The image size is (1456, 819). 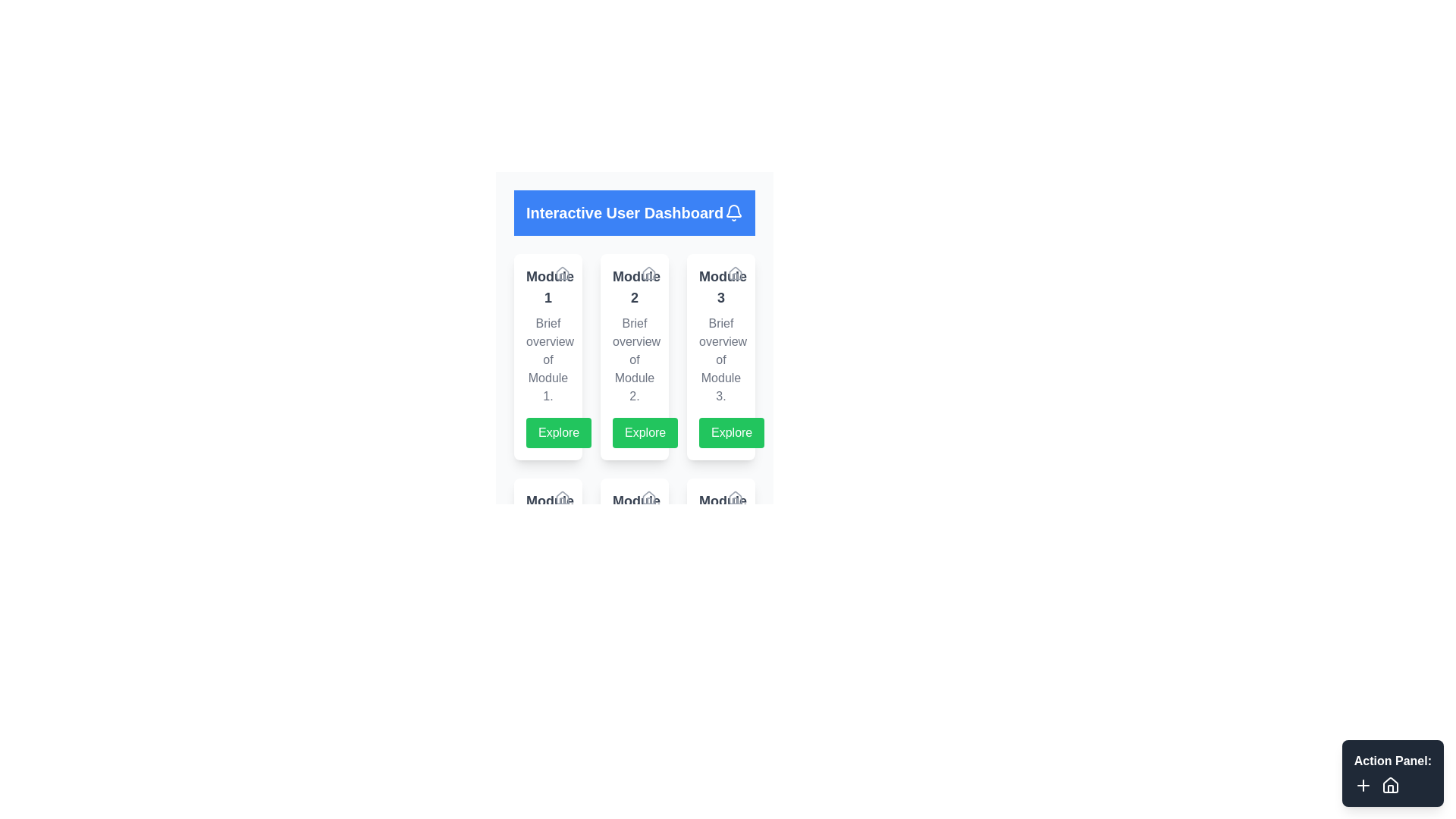 What do you see at coordinates (634, 512) in the screenshot?
I see `the 'Module 5' label, which is displayed in bold, dark gray font above descriptions and buttons, and below a house icon` at bounding box center [634, 512].